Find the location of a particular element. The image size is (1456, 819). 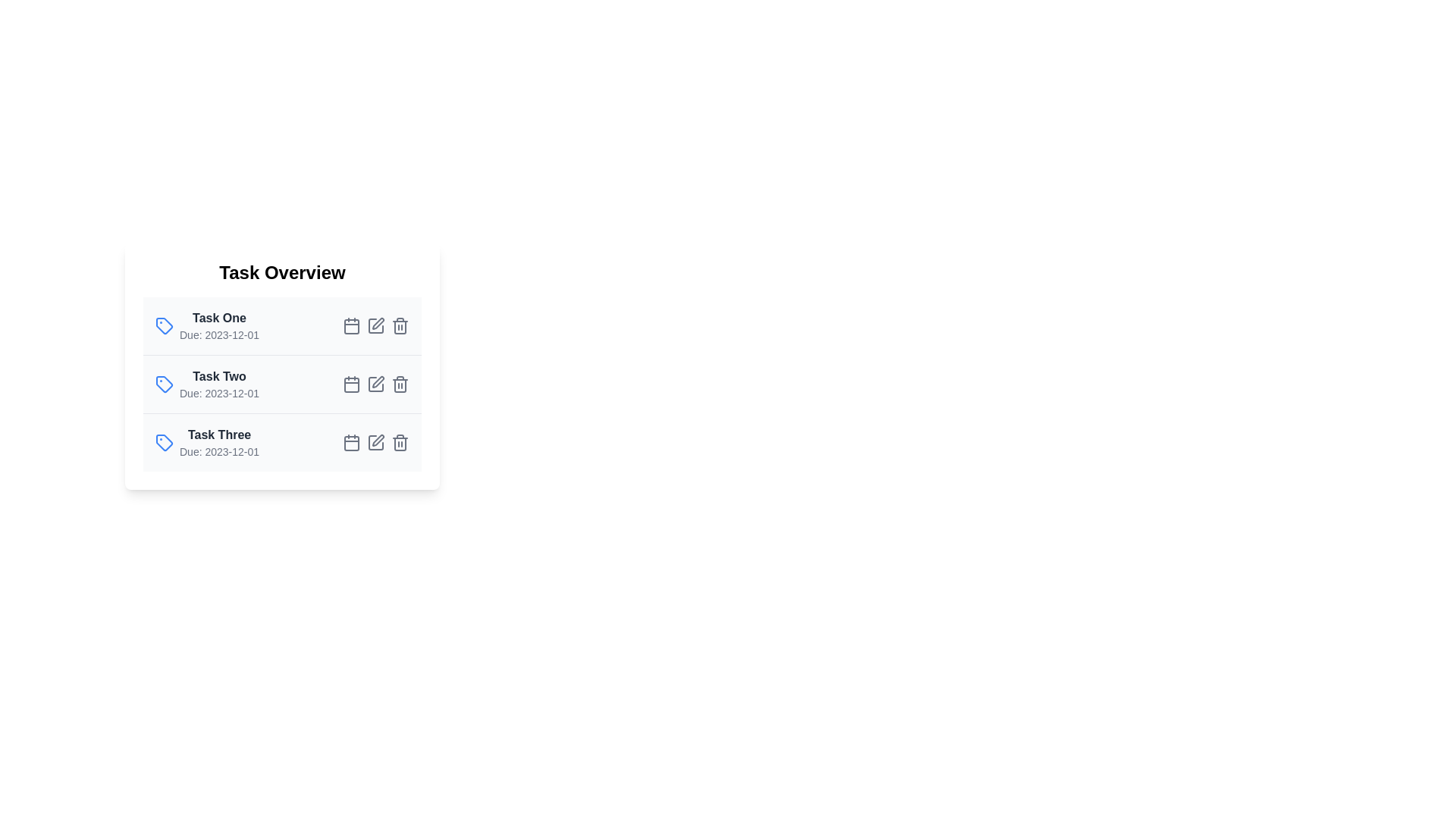

the descriptive text area of the task named 'Task Two' which shows the due date of 2023-12-01, located in the 'Task Overview' list is located at coordinates (206, 383).